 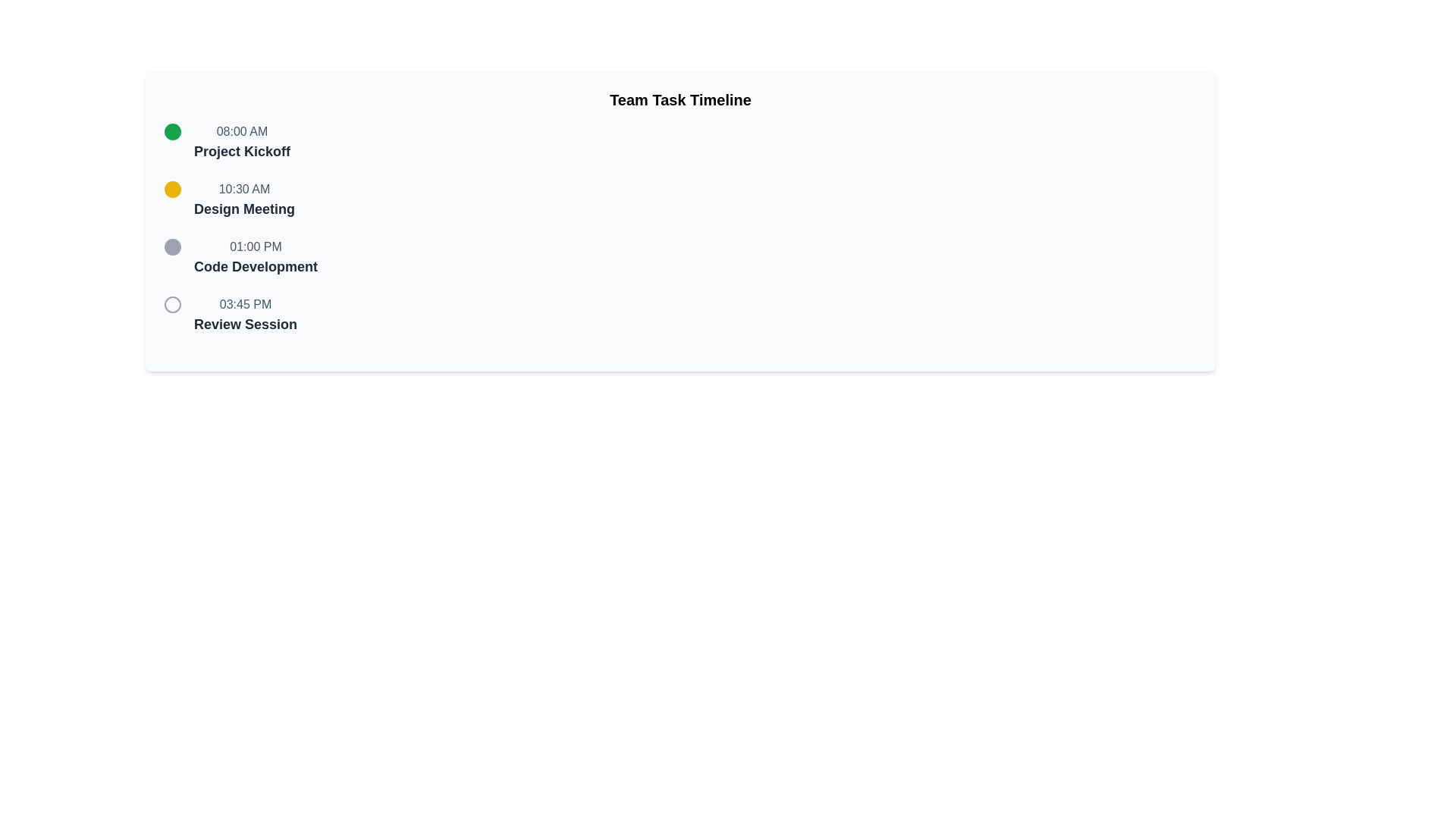 What do you see at coordinates (172, 304) in the screenshot?
I see `the Indicator Icon located at the leftmost side of the event entry labeled '03:45 PM Review Session', which is the fourth item in a vertical series of similar icons` at bounding box center [172, 304].